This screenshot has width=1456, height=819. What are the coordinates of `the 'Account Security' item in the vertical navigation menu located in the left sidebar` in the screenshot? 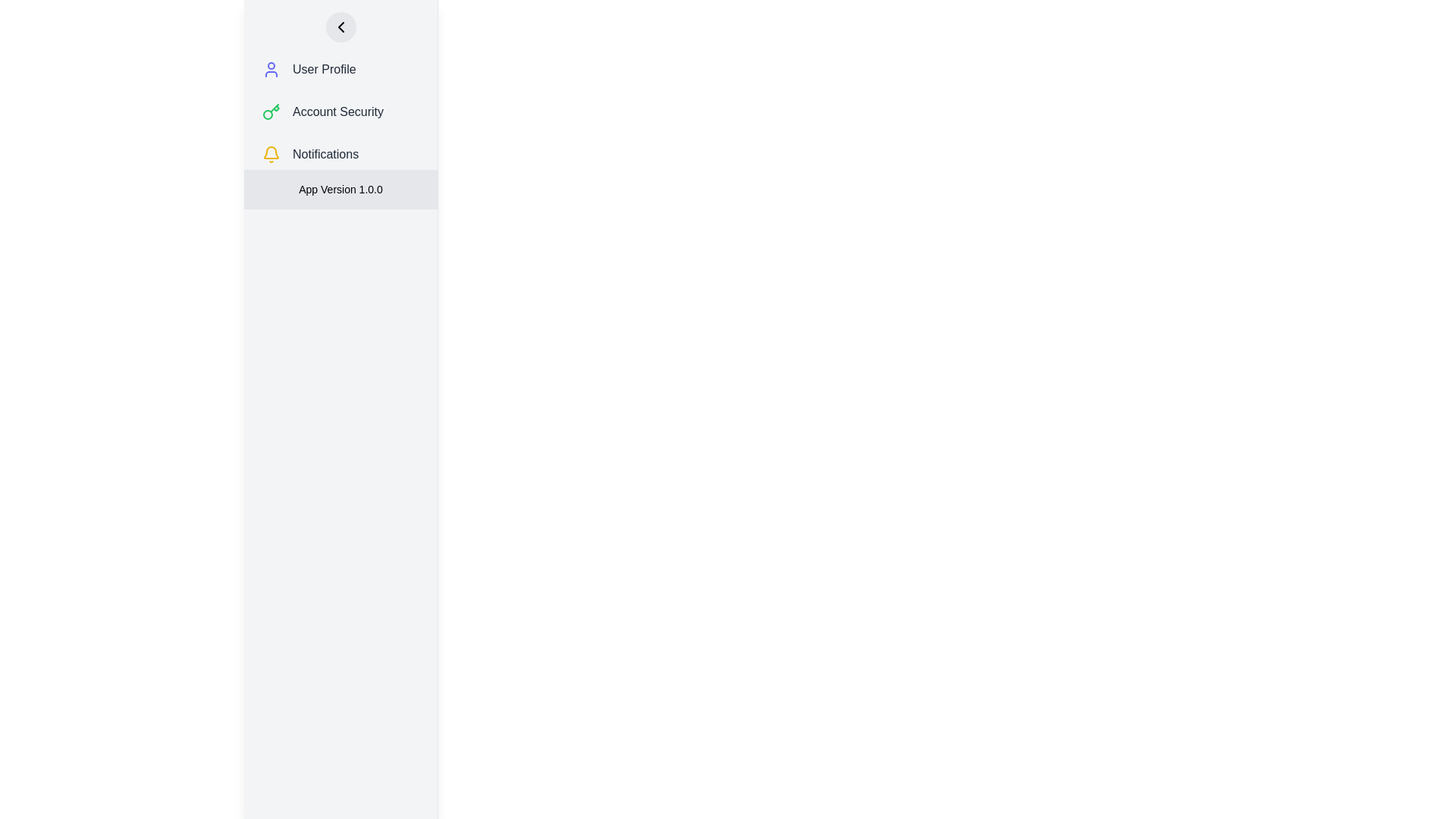 It's located at (340, 111).